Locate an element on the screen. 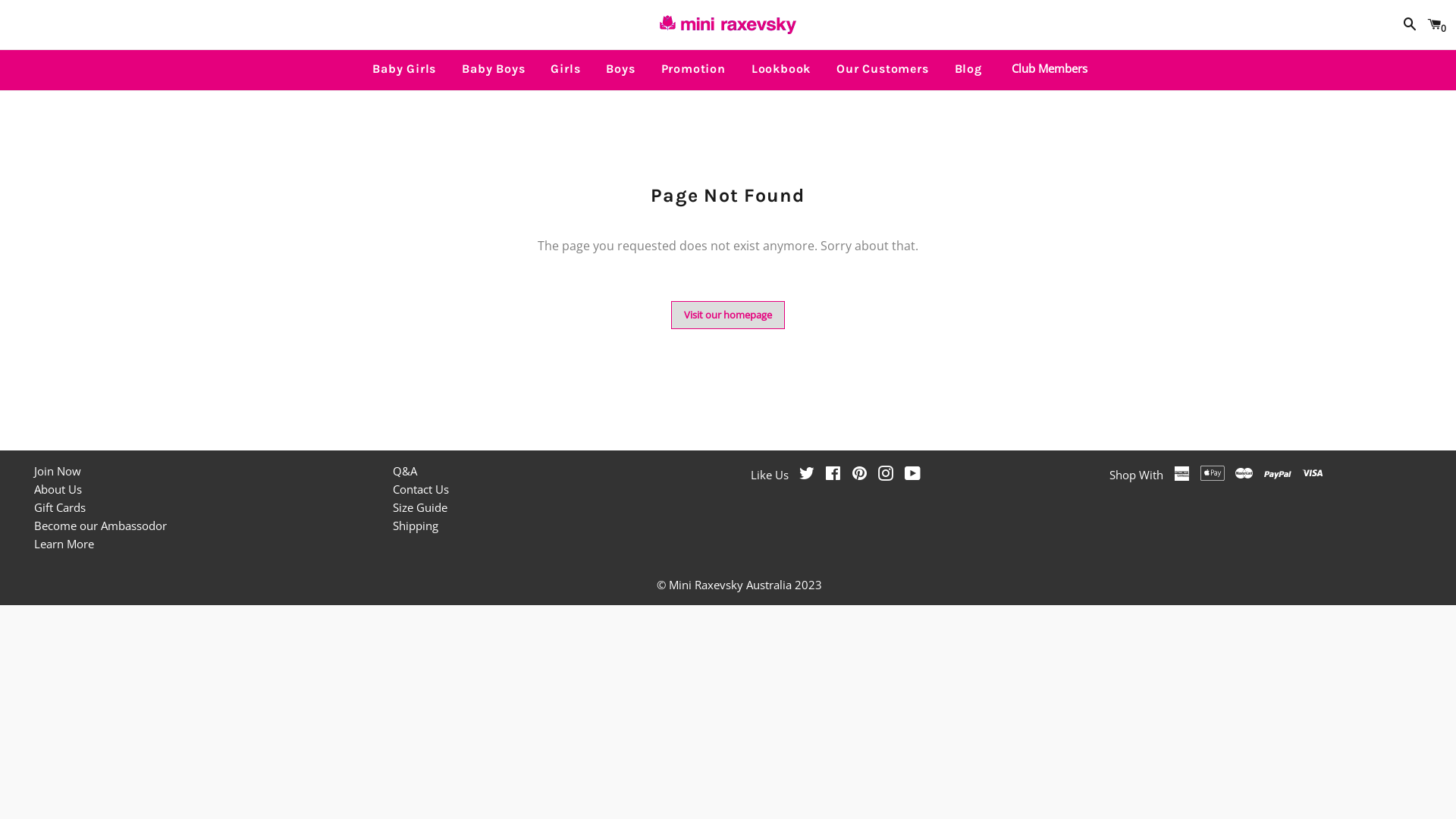 Image resolution: width=1456 pixels, height=819 pixels. 'YouTube' is located at coordinates (912, 473).